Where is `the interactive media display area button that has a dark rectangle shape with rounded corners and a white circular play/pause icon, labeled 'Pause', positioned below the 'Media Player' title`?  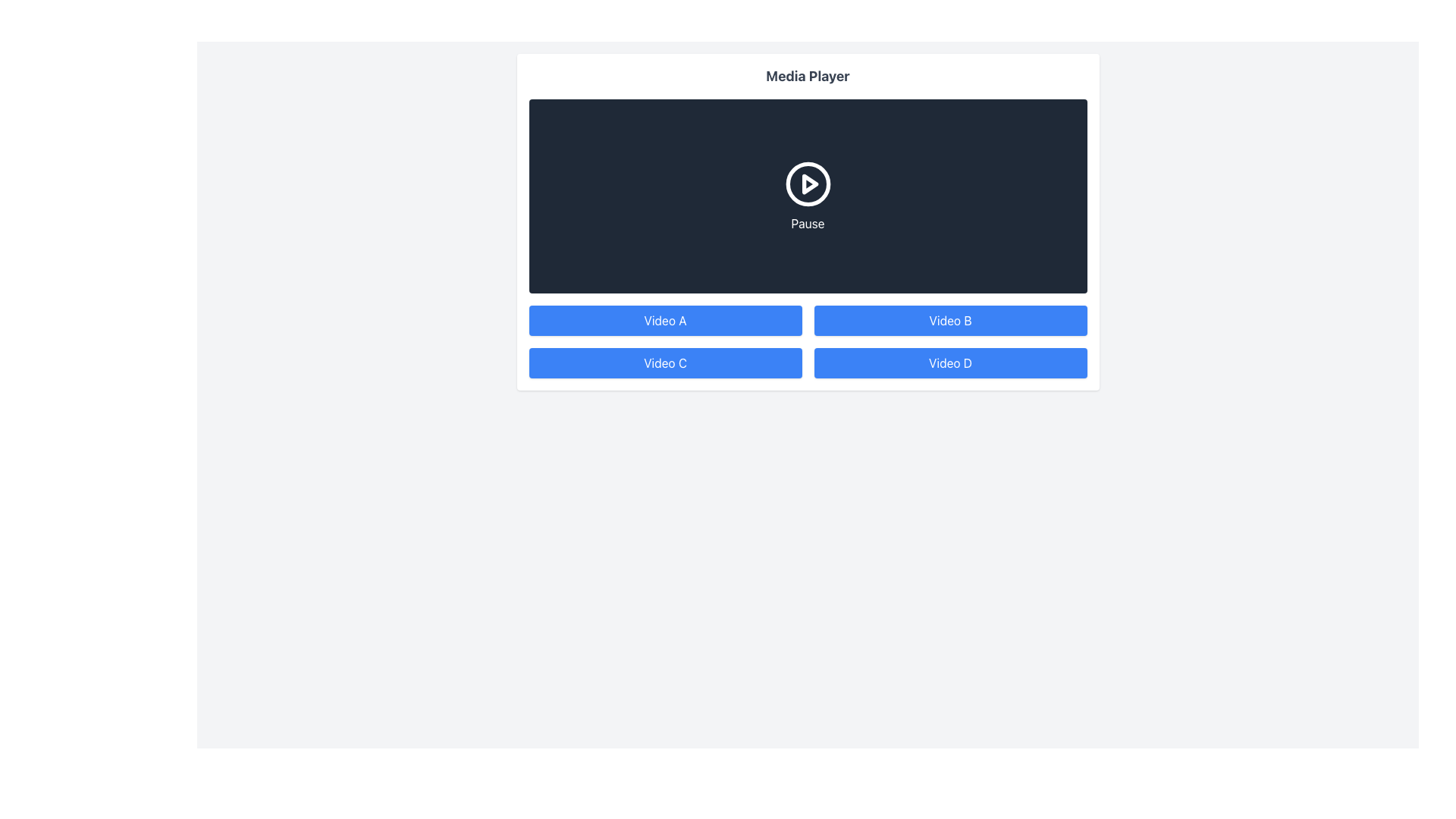 the interactive media display area button that has a dark rectangle shape with rounded corners and a white circular play/pause icon, labeled 'Pause', positioned below the 'Media Player' title is located at coordinates (807, 195).